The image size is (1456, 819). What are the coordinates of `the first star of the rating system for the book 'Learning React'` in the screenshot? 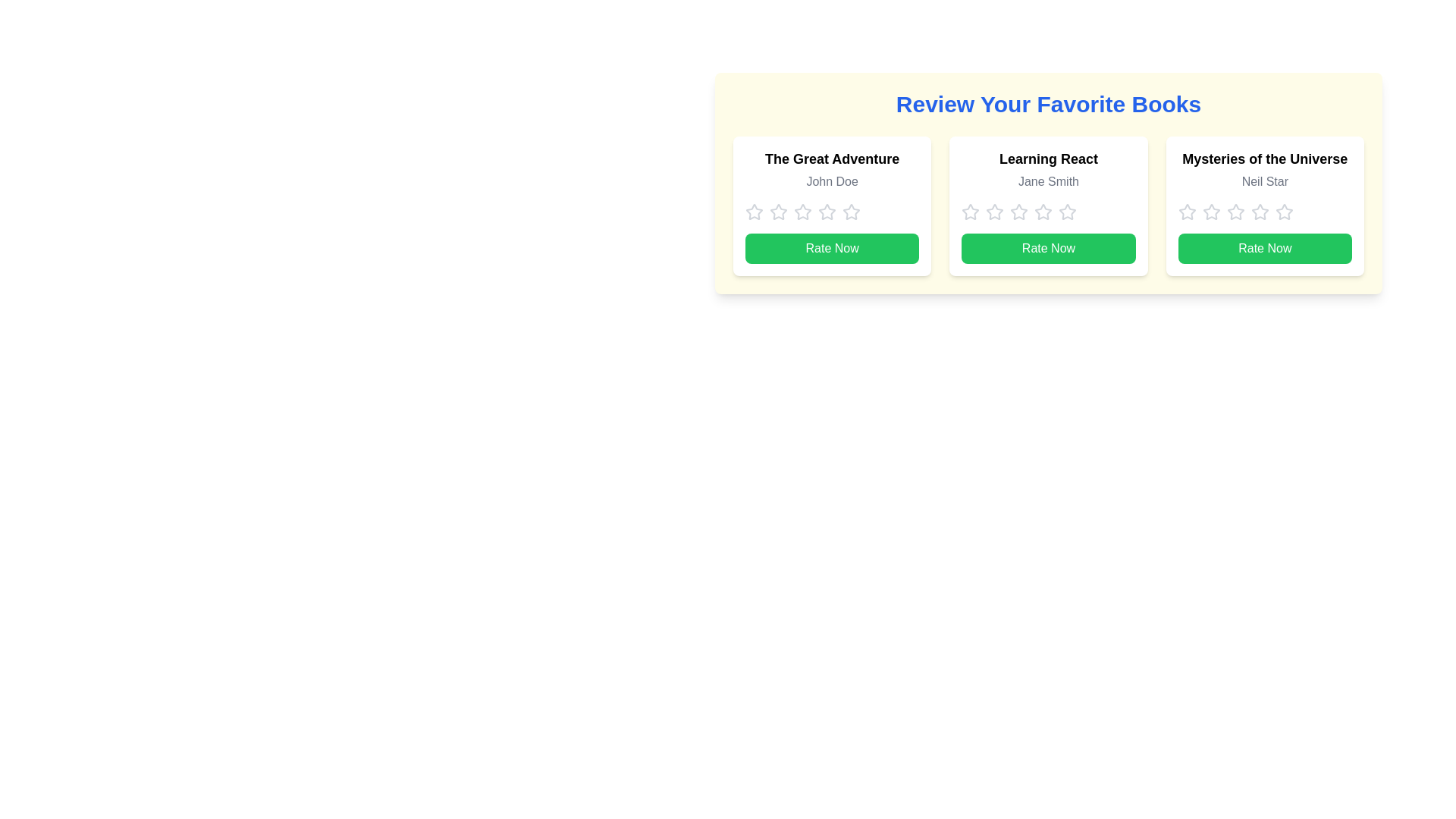 It's located at (995, 212).